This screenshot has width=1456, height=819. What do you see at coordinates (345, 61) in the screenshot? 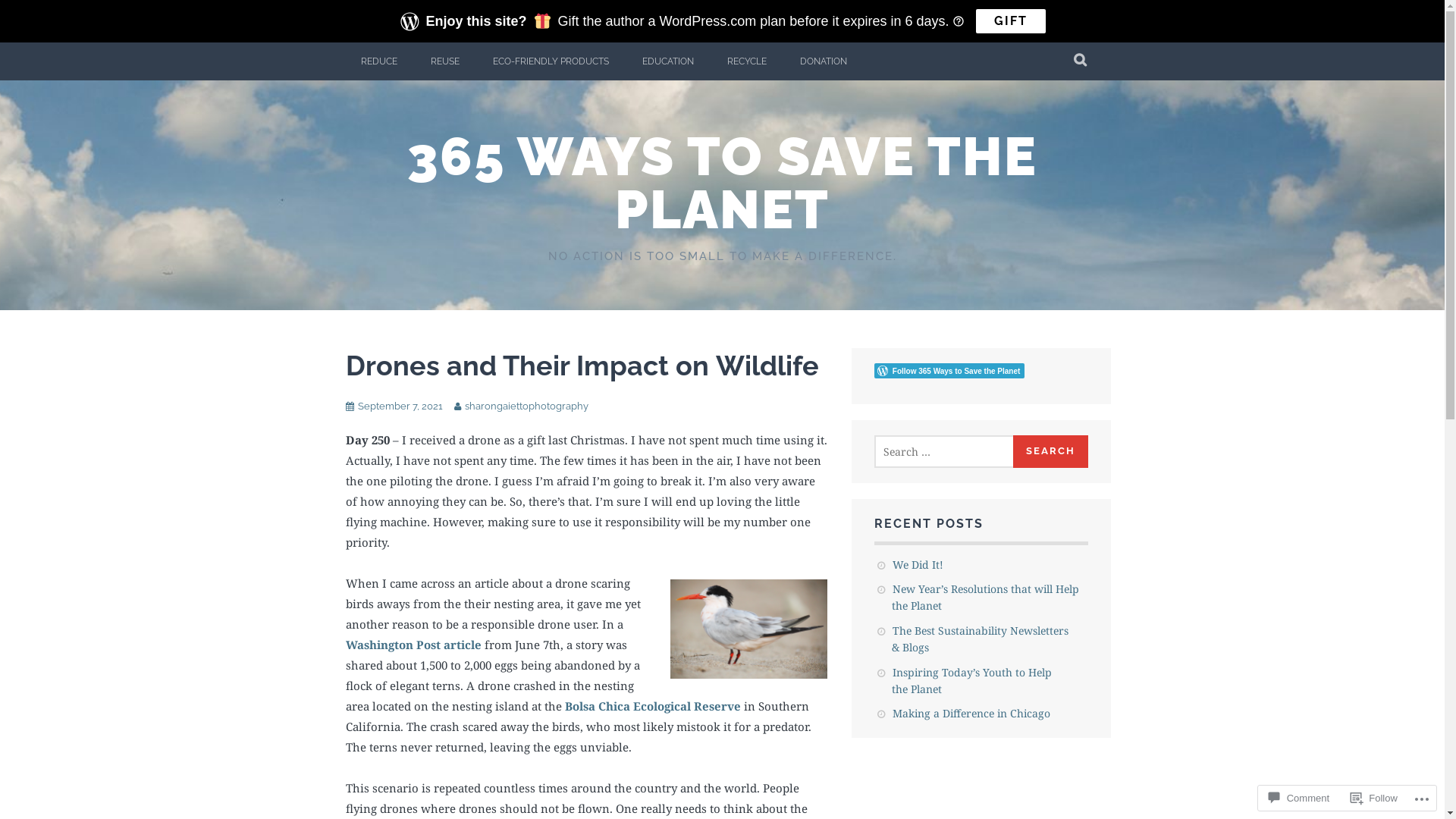
I see `'REDUCE'` at bounding box center [345, 61].